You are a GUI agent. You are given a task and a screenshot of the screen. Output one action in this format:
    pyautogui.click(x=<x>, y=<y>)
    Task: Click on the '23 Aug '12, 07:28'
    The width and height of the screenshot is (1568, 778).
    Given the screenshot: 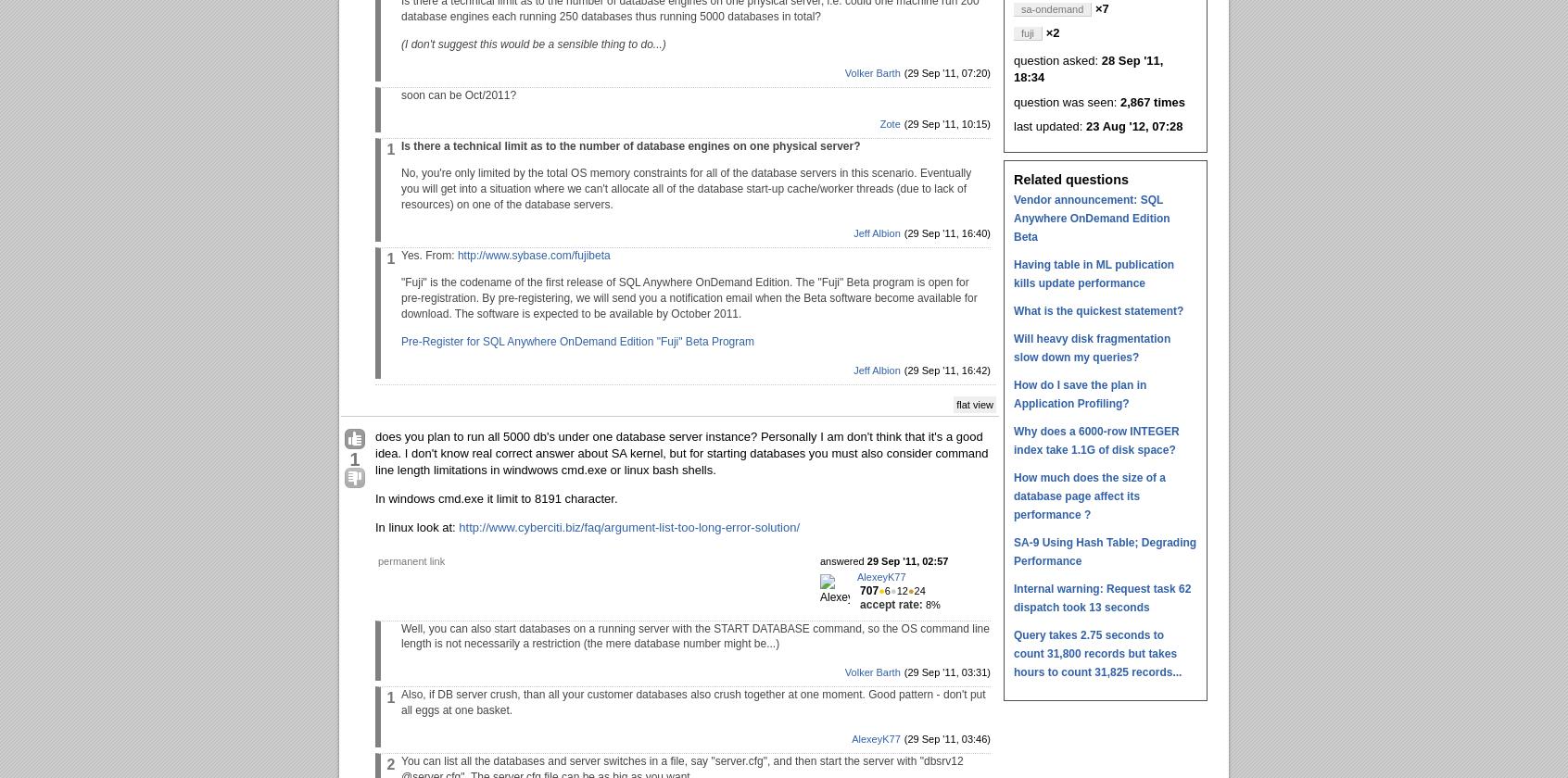 What is the action you would take?
    pyautogui.click(x=1133, y=125)
    